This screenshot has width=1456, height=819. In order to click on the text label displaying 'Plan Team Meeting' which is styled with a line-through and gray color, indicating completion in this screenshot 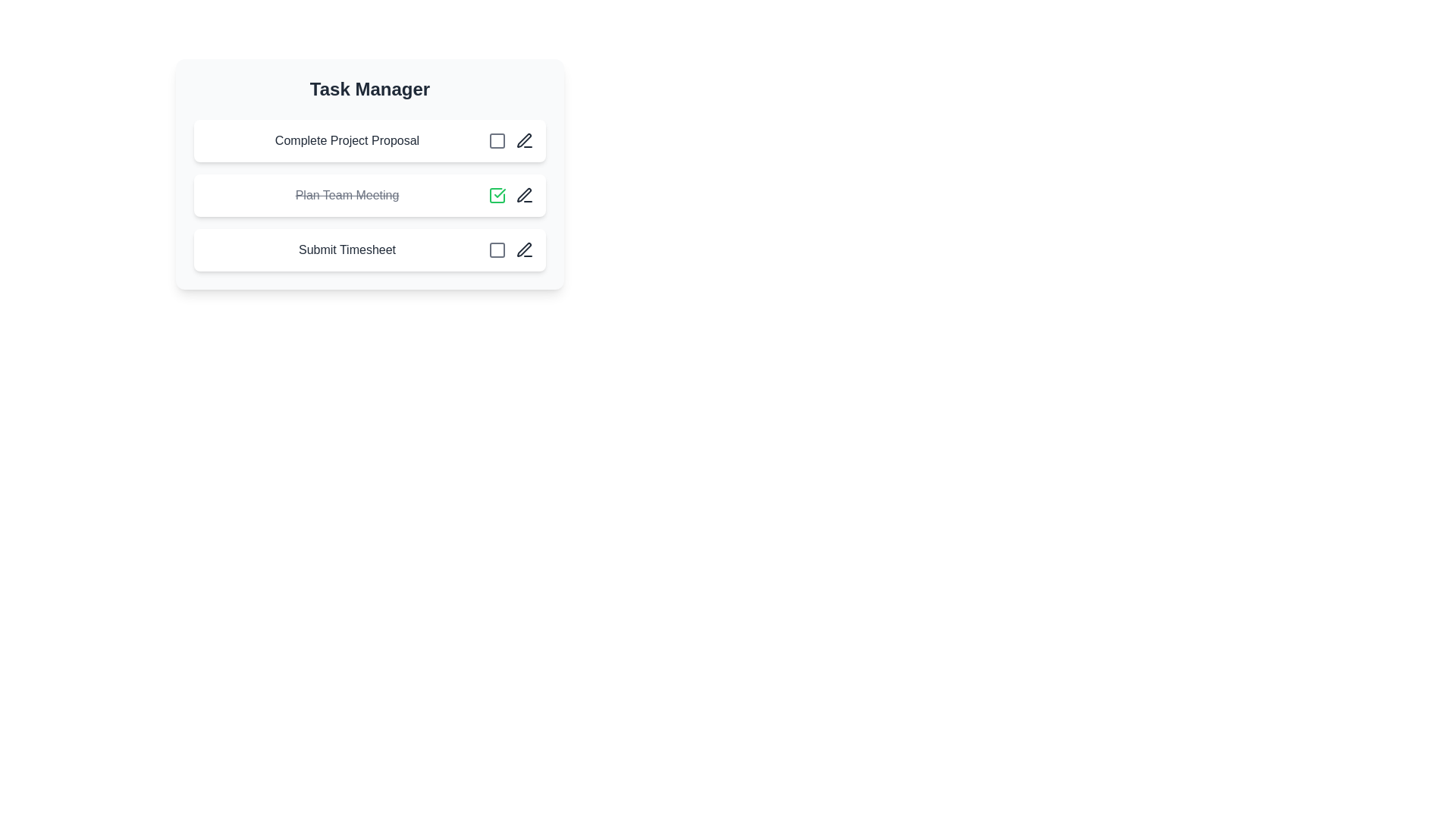, I will do `click(346, 195)`.